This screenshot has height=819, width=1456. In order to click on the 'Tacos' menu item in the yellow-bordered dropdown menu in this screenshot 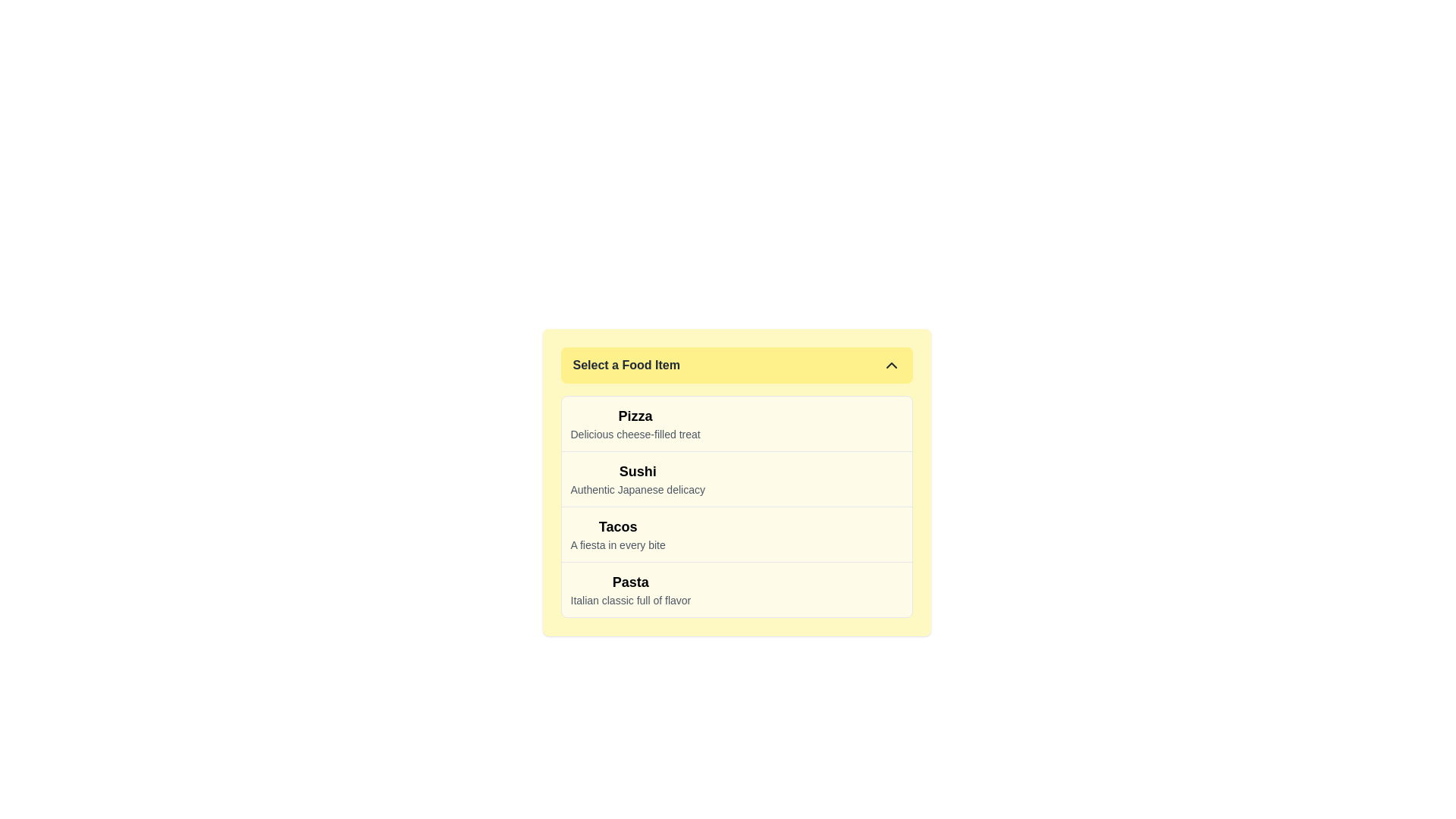, I will do `click(736, 533)`.